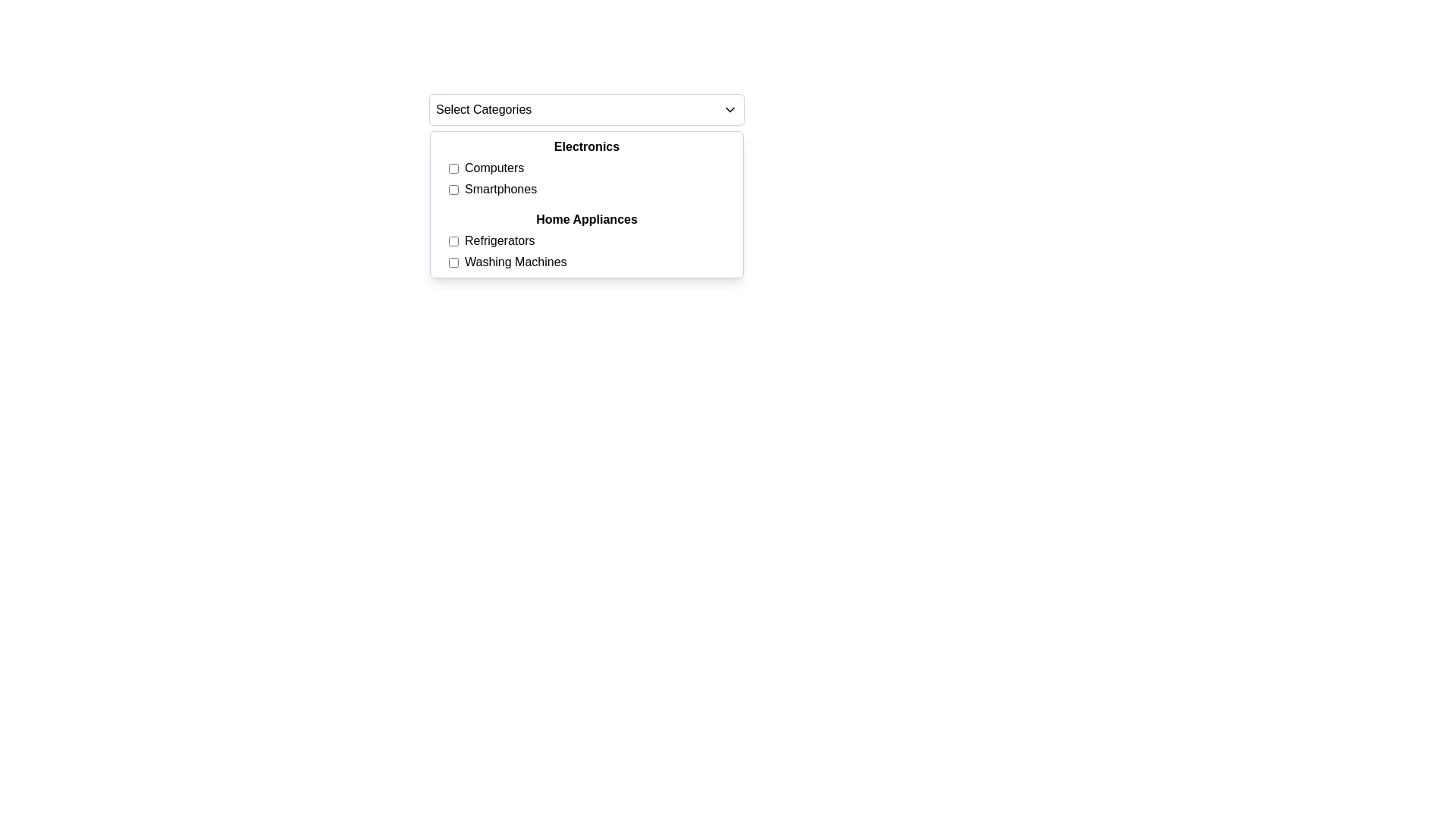 The width and height of the screenshot is (1456, 819). Describe the element at coordinates (453, 189) in the screenshot. I see `the selected checkbox aligned with the text 'Smartphones' in the dropdown menu under 'Select Categories'` at that location.